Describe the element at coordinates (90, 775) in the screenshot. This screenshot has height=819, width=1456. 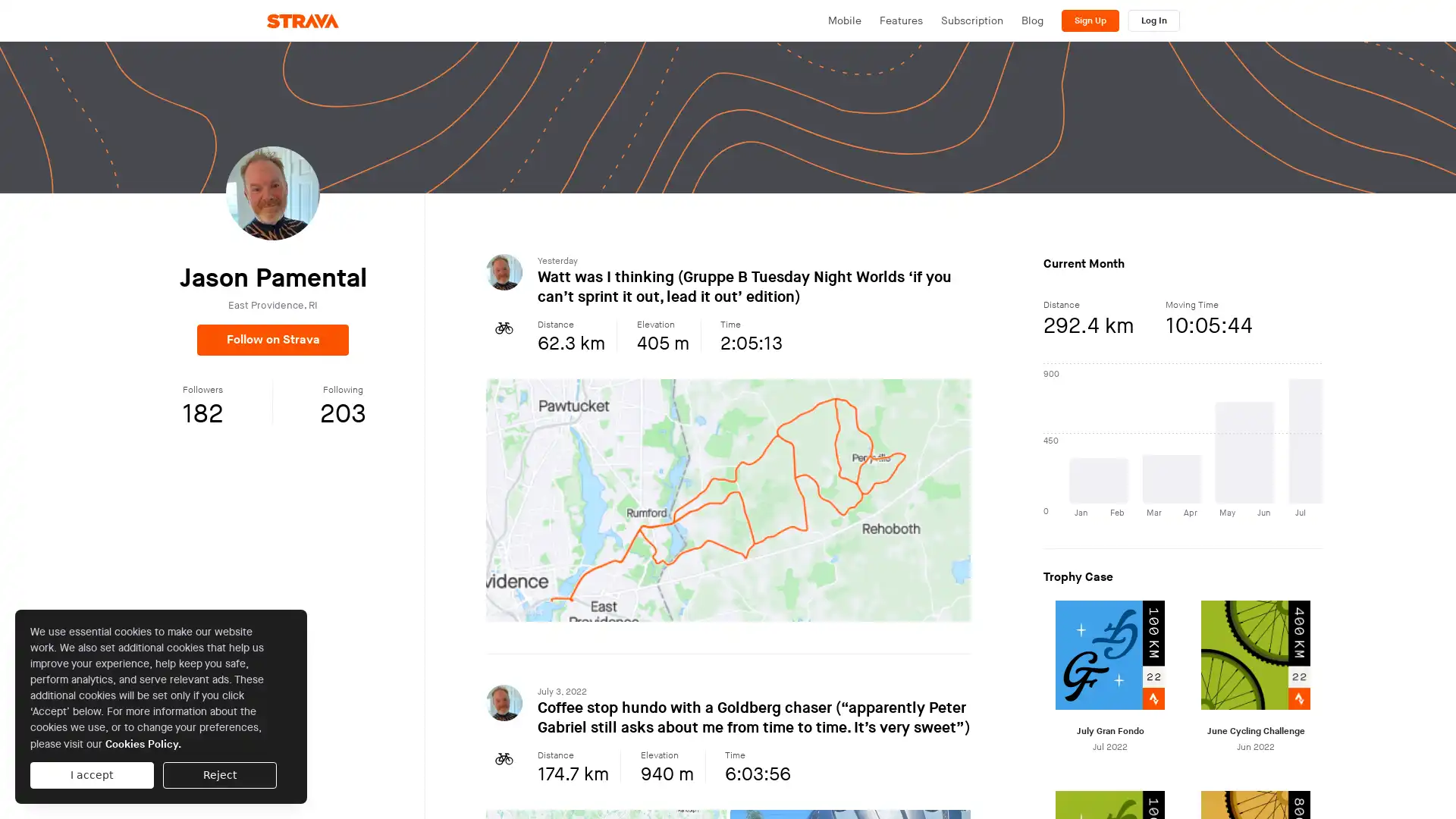
I see `I accept` at that location.